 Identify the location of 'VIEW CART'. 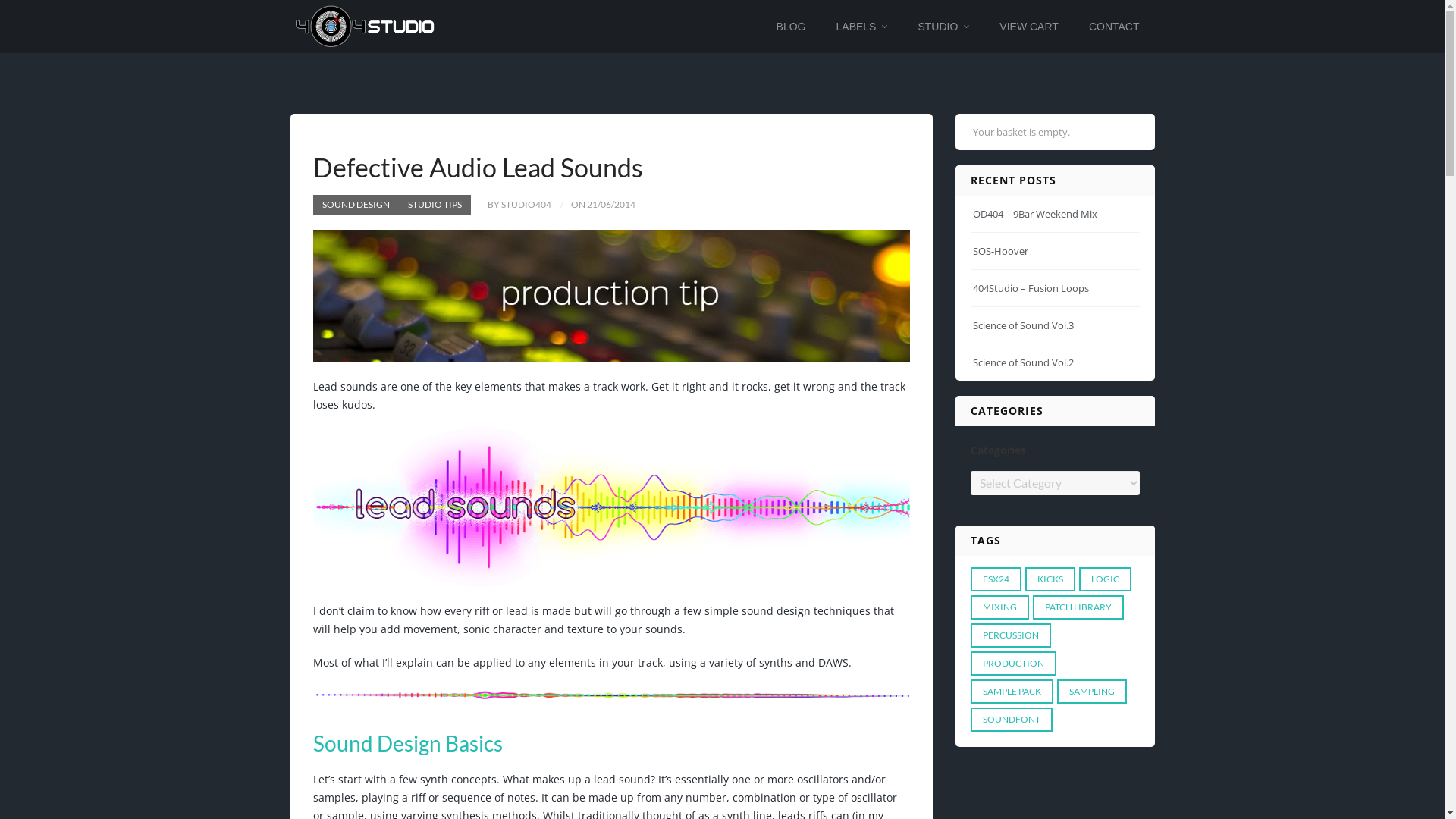
(1029, 26).